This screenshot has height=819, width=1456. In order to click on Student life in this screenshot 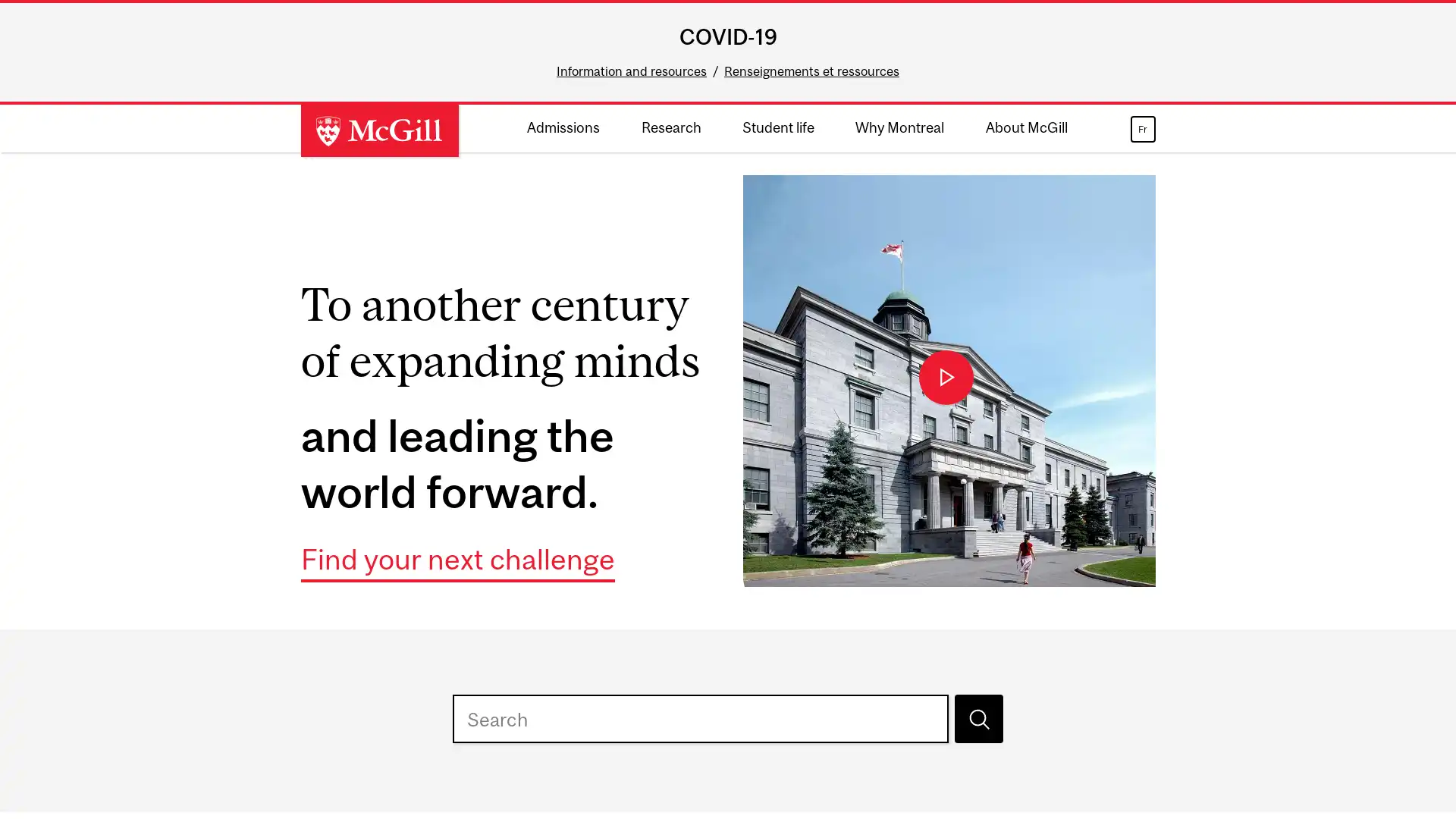, I will do `click(778, 127)`.